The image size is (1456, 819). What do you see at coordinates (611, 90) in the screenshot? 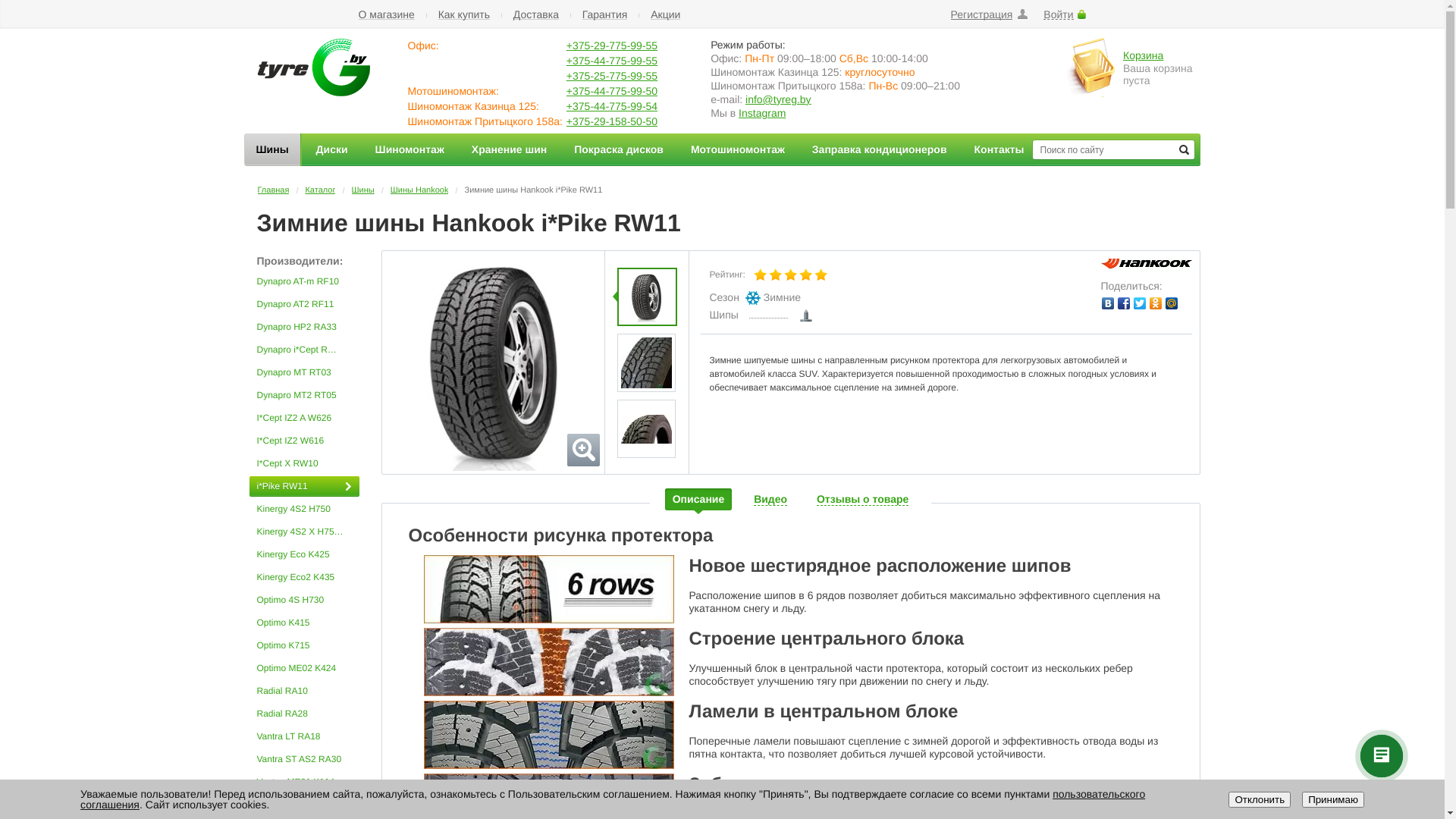
I see `'+375-44-775-99-50'` at bounding box center [611, 90].